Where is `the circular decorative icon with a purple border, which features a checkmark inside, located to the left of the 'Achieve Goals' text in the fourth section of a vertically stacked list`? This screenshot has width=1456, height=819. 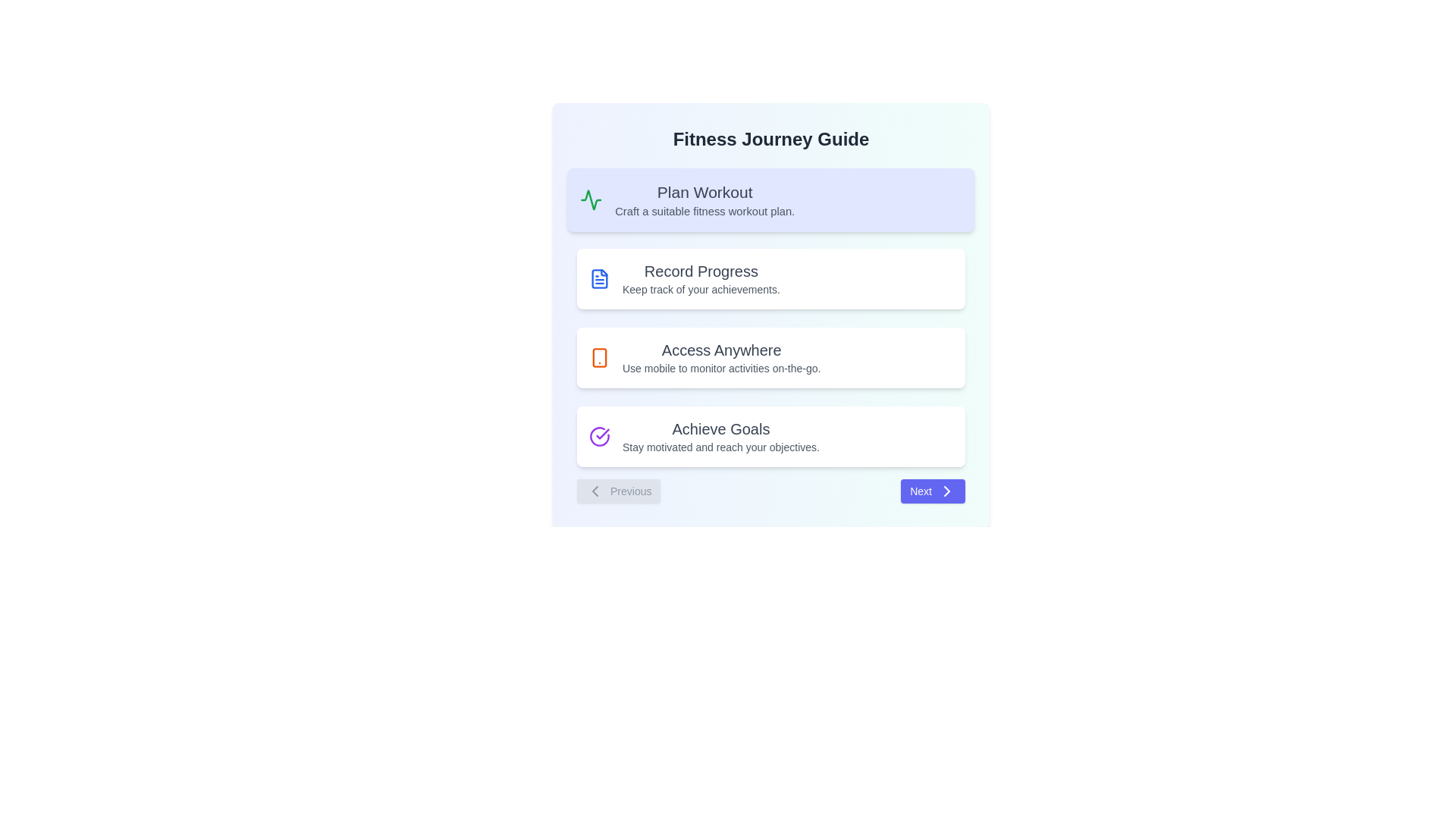
the circular decorative icon with a purple border, which features a checkmark inside, located to the left of the 'Achieve Goals' text in the fourth section of a vertically stacked list is located at coordinates (599, 436).